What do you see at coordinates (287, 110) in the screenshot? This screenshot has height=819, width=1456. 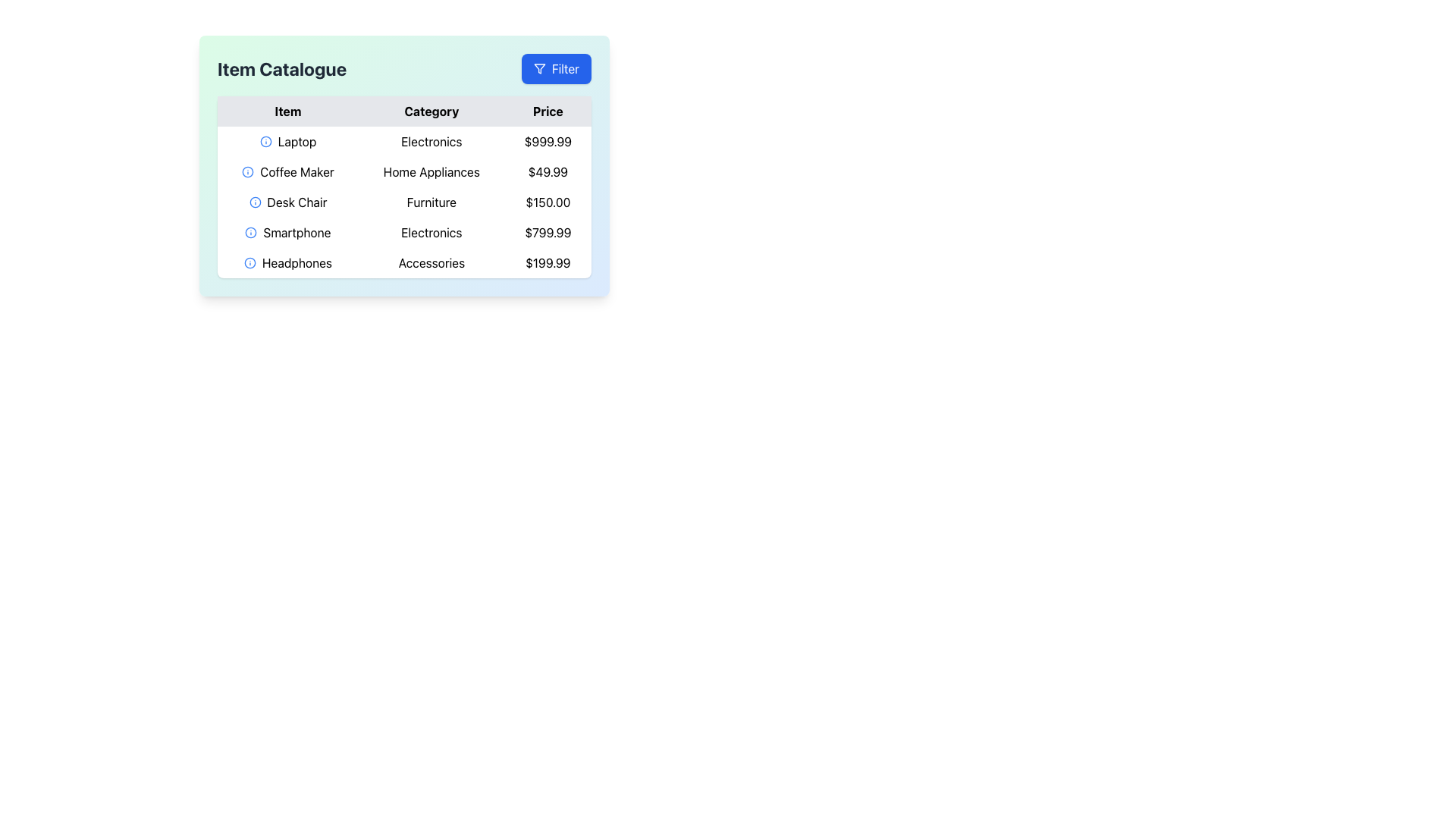 I see `the 'Item' label, which is a bold, centered text displayed in the header row of the table, located on the leftmost side adjacent to 'Category' and 'Price'` at bounding box center [287, 110].